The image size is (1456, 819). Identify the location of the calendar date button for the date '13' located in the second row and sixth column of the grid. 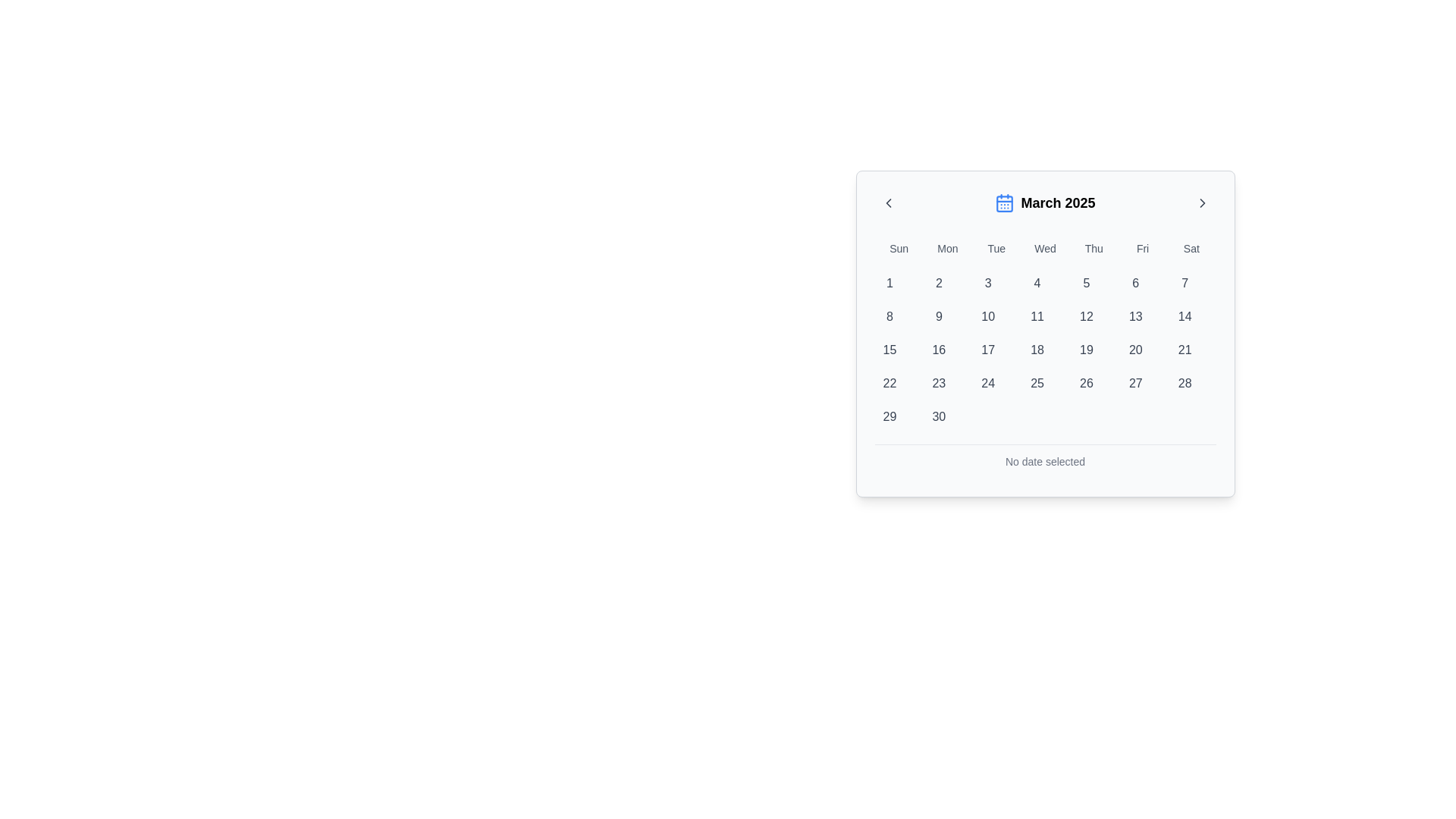
(1135, 315).